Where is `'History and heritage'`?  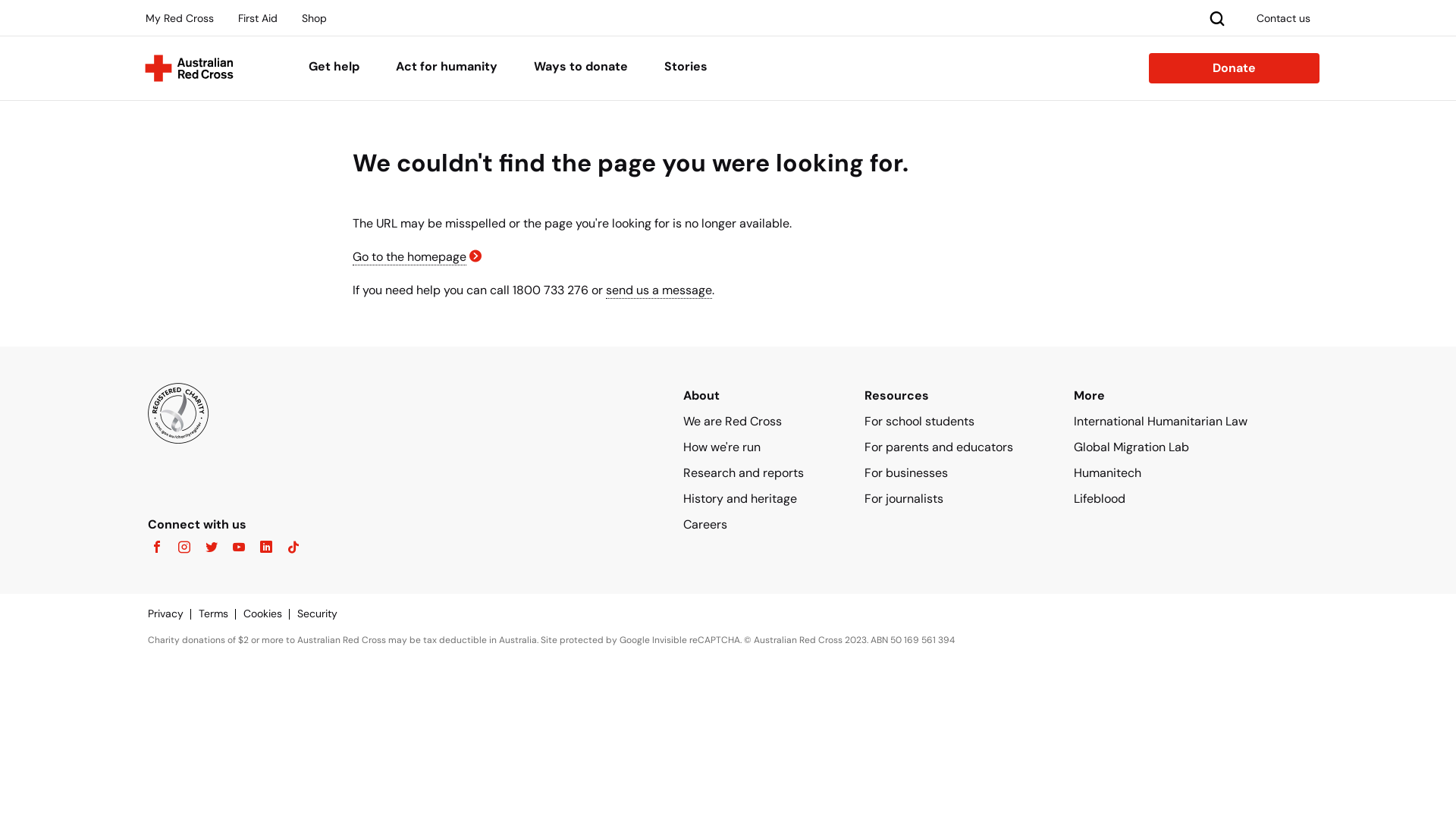
'History and heritage' is located at coordinates (739, 498).